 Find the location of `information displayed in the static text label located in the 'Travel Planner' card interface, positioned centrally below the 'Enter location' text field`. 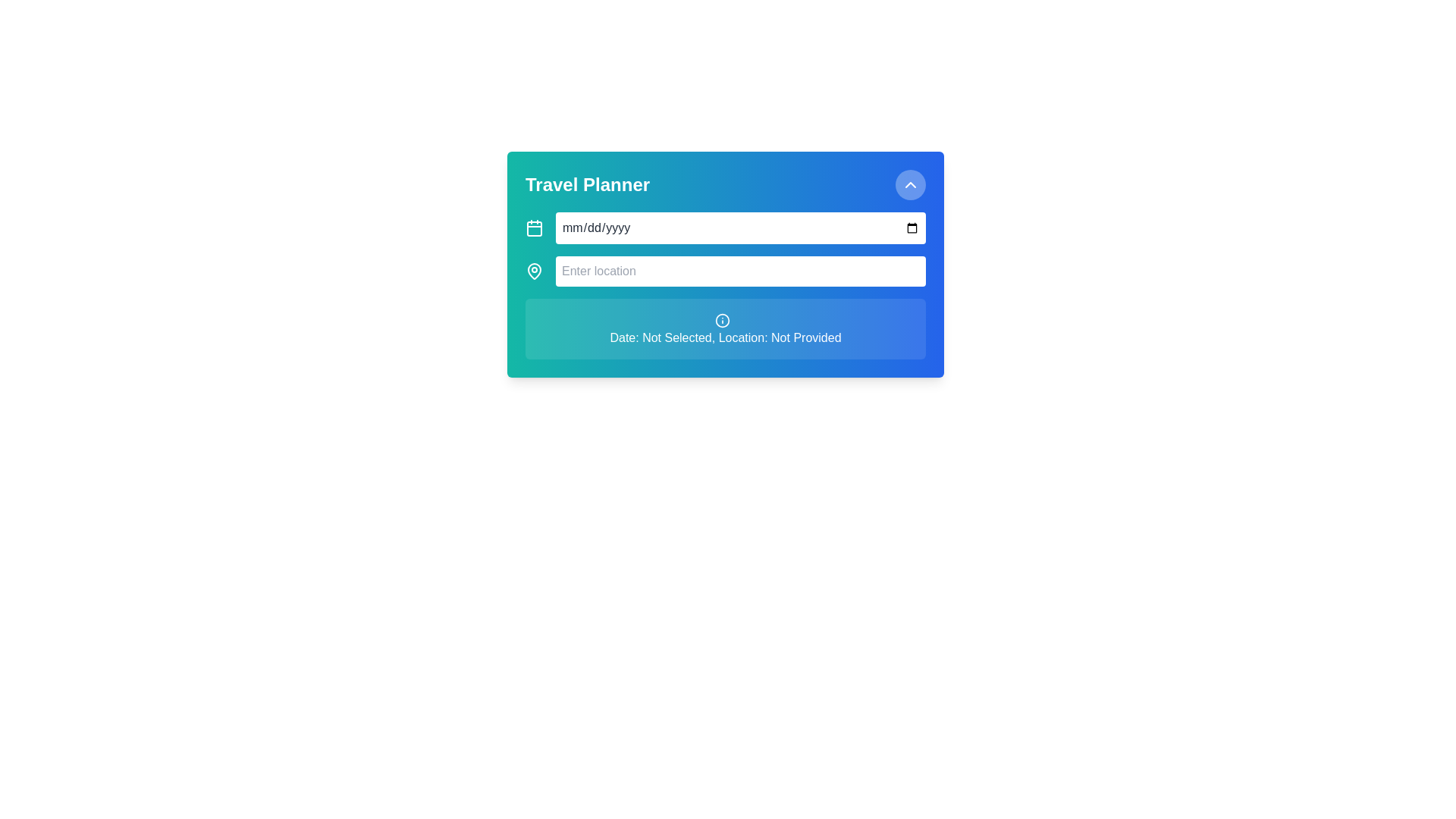

information displayed in the static text label located in the 'Travel Planner' card interface, positioned centrally below the 'Enter location' text field is located at coordinates (724, 337).